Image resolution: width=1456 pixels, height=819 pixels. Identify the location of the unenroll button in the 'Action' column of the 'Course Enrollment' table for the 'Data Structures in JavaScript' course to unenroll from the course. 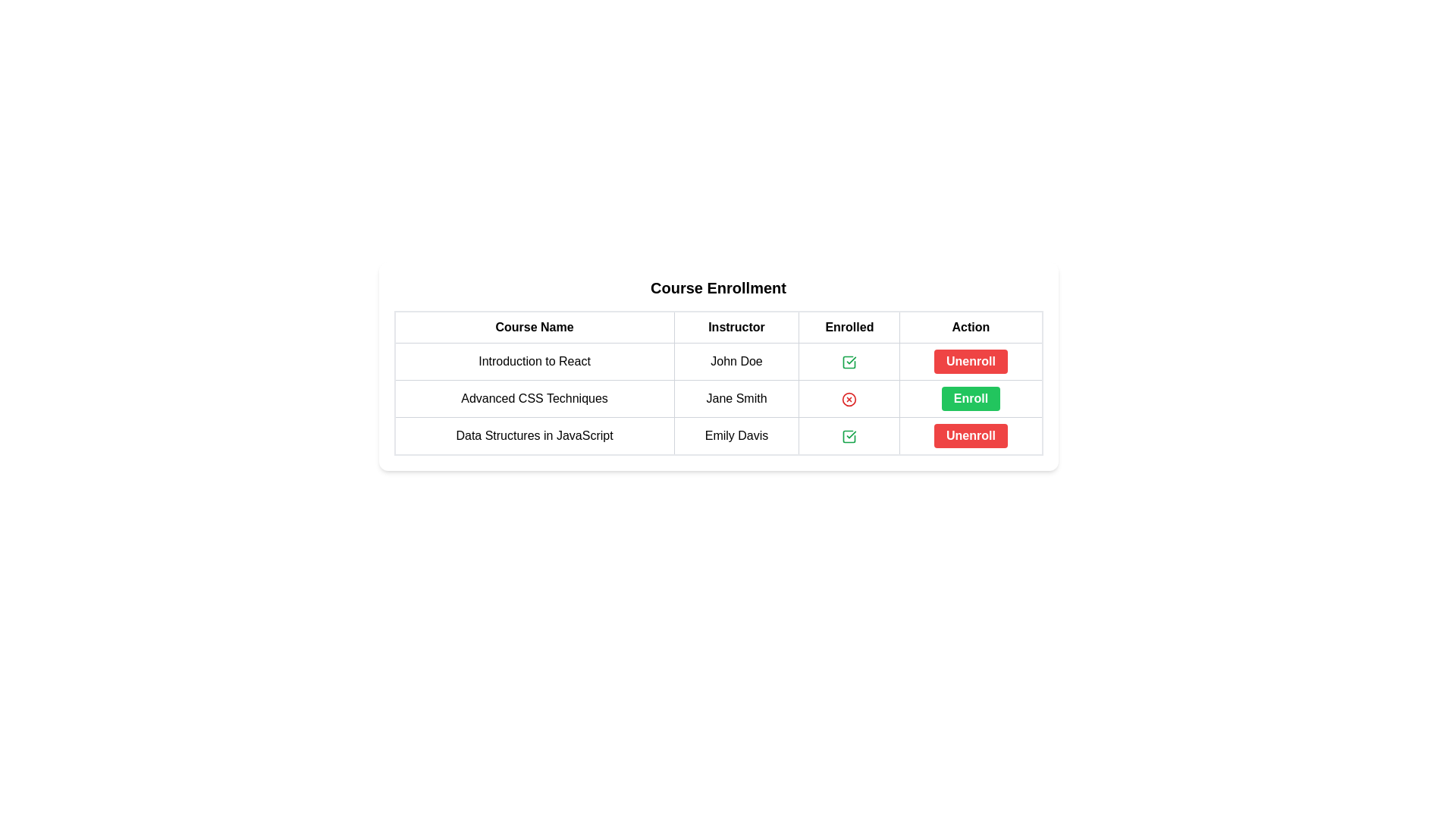
(971, 435).